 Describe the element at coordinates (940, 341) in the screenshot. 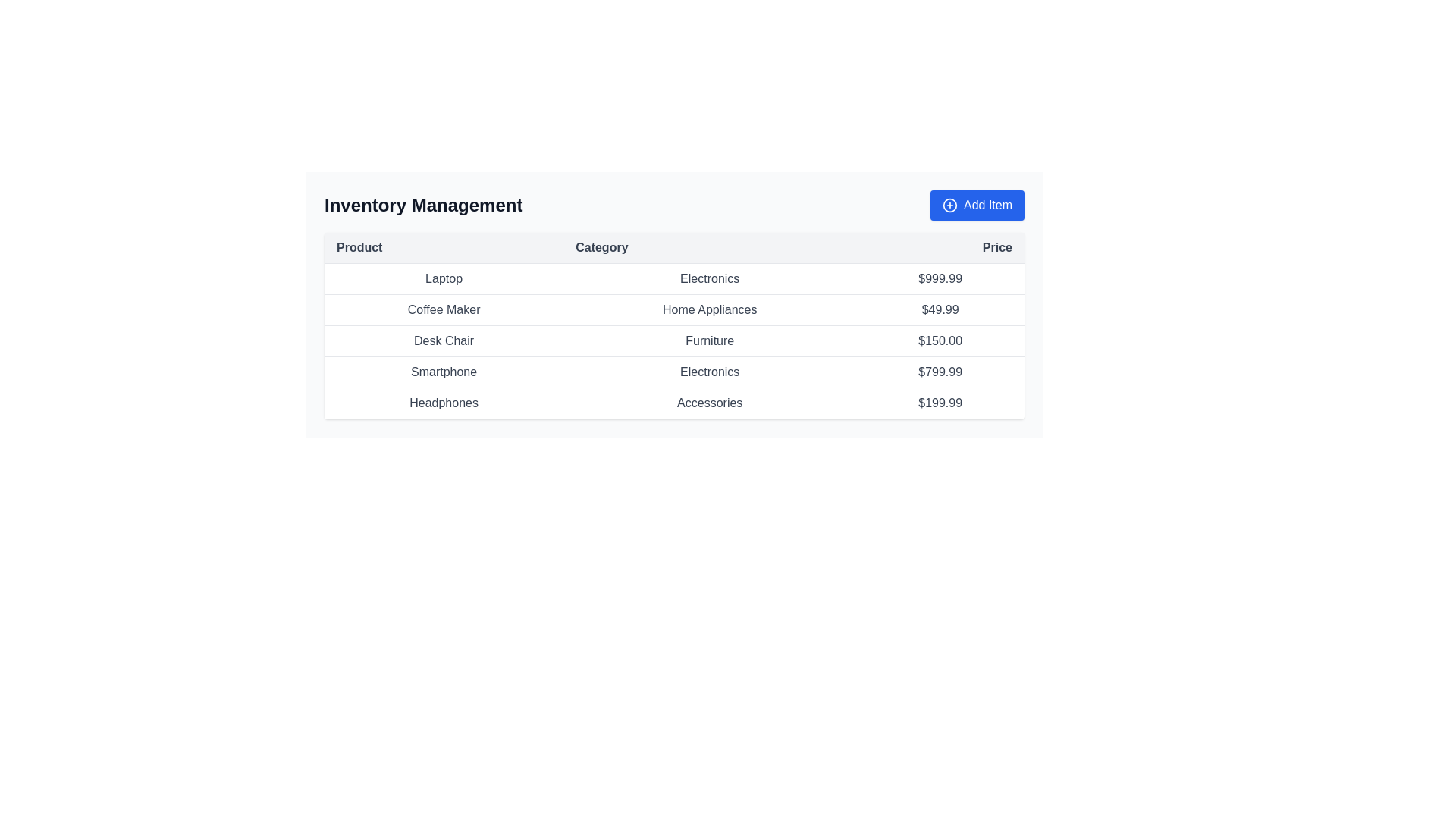

I see `price value displayed in the Text label indicating the price for the 'Desk Chair' item, located in the bottom-right portion of its row in the table` at that location.